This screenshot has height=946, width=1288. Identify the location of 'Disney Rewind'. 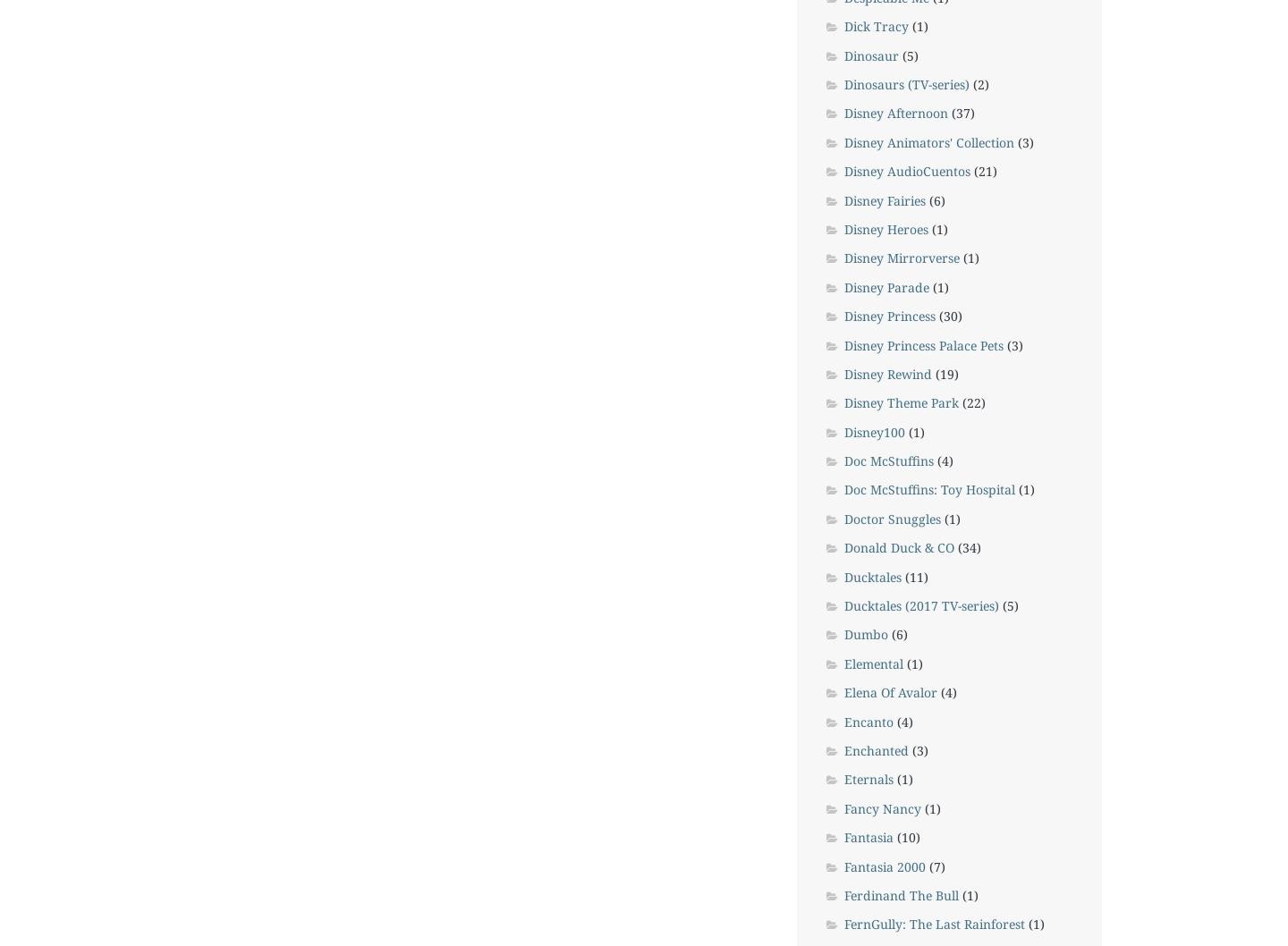
(886, 373).